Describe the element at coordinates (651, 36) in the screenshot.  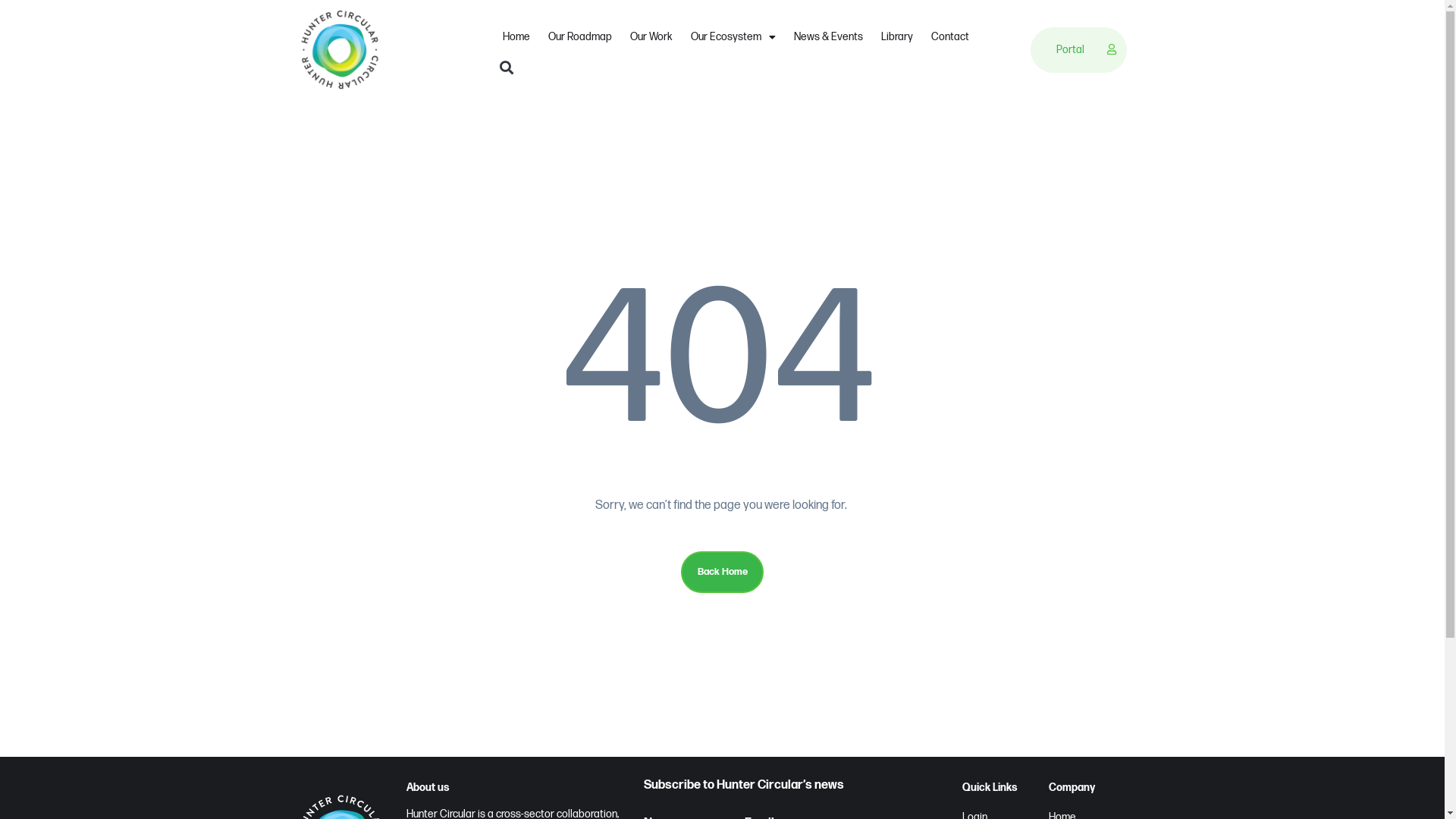
I see `'Our Work'` at that location.